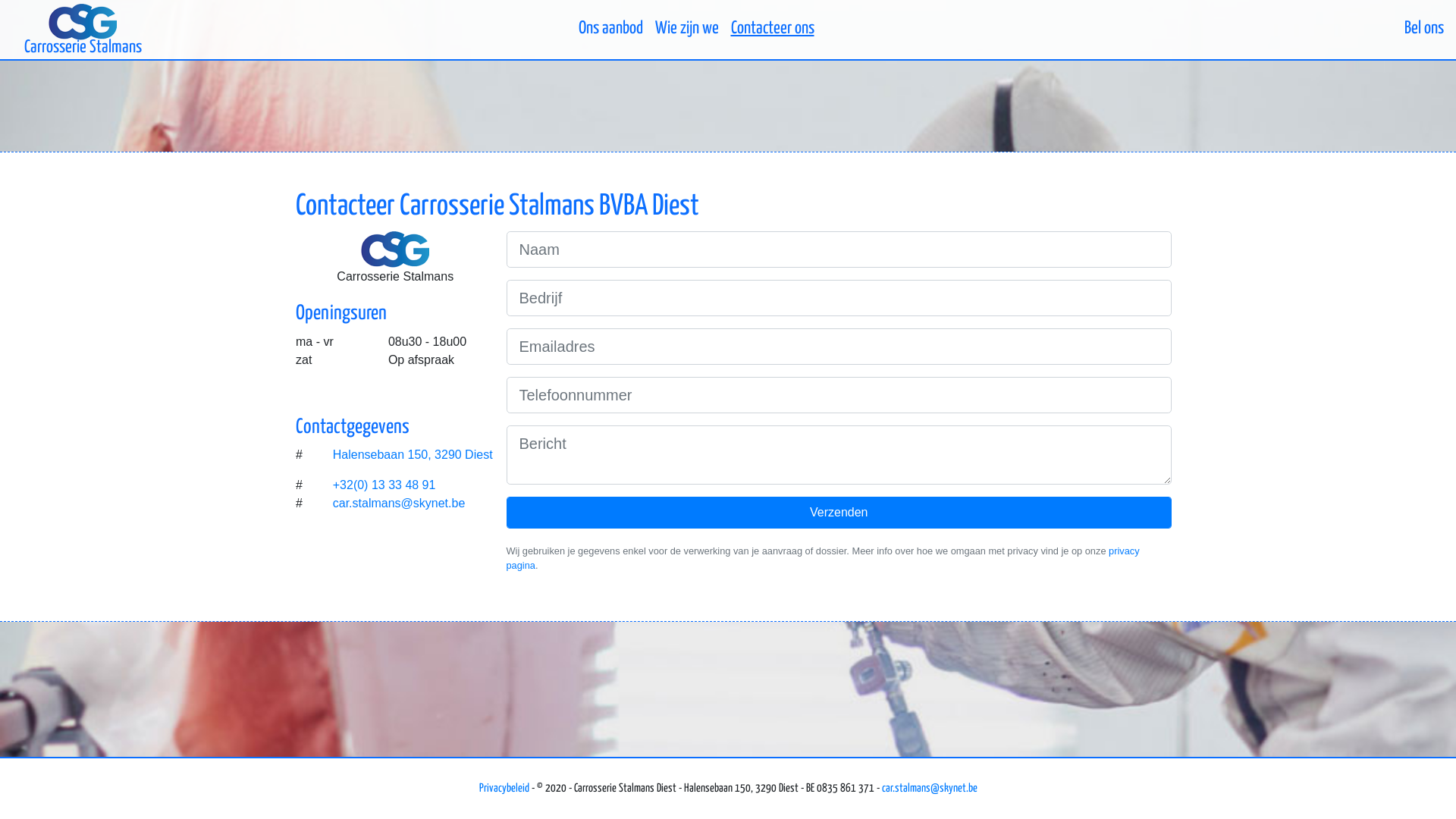 This screenshot has height=819, width=1456. I want to click on 'Halensebaan 150, 3290 Diest', so click(414, 454).